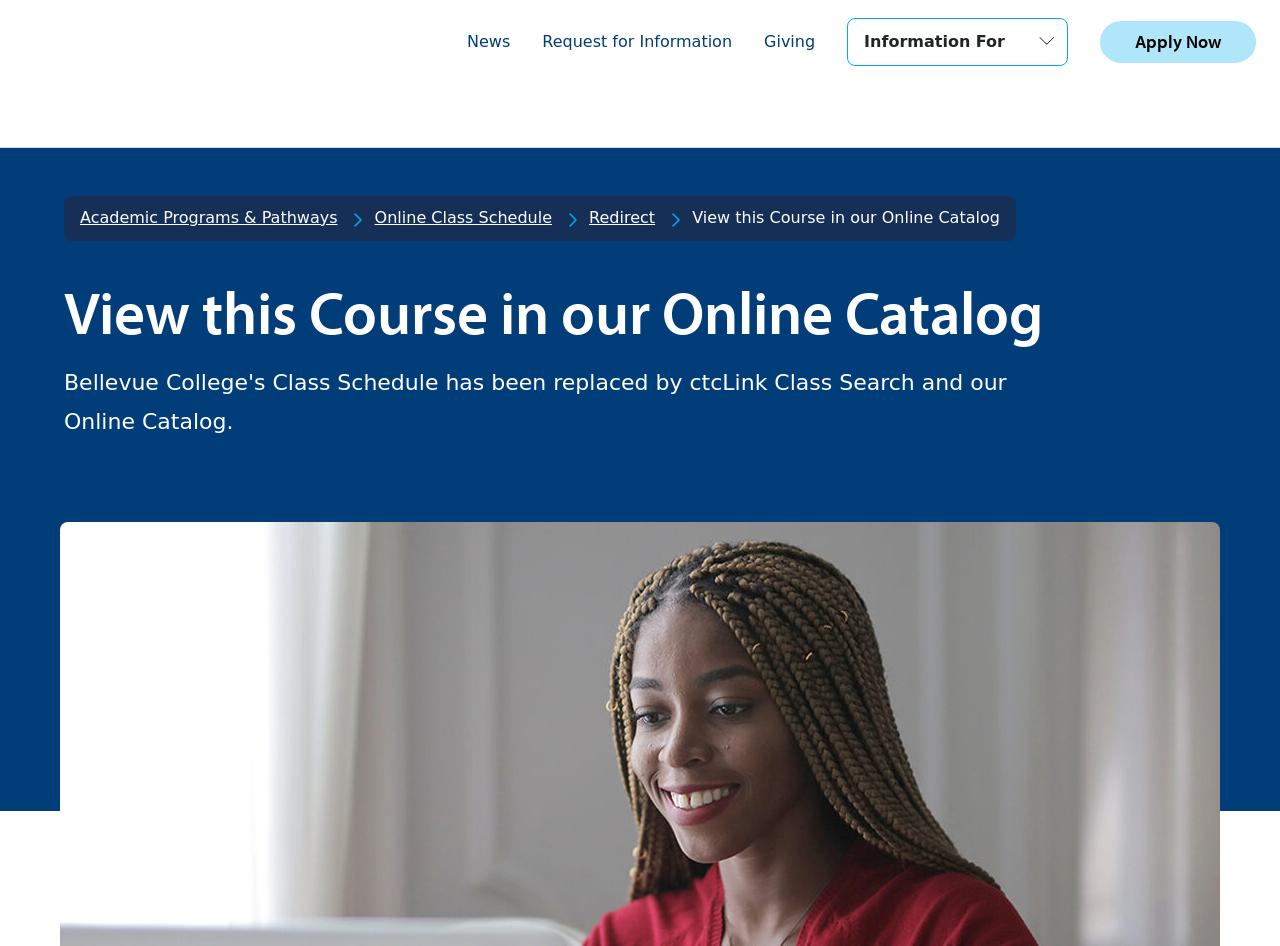 This screenshot has height=946, width=1280. Describe the element at coordinates (178, 433) in the screenshot. I see `'Visit Campus'` at that location.